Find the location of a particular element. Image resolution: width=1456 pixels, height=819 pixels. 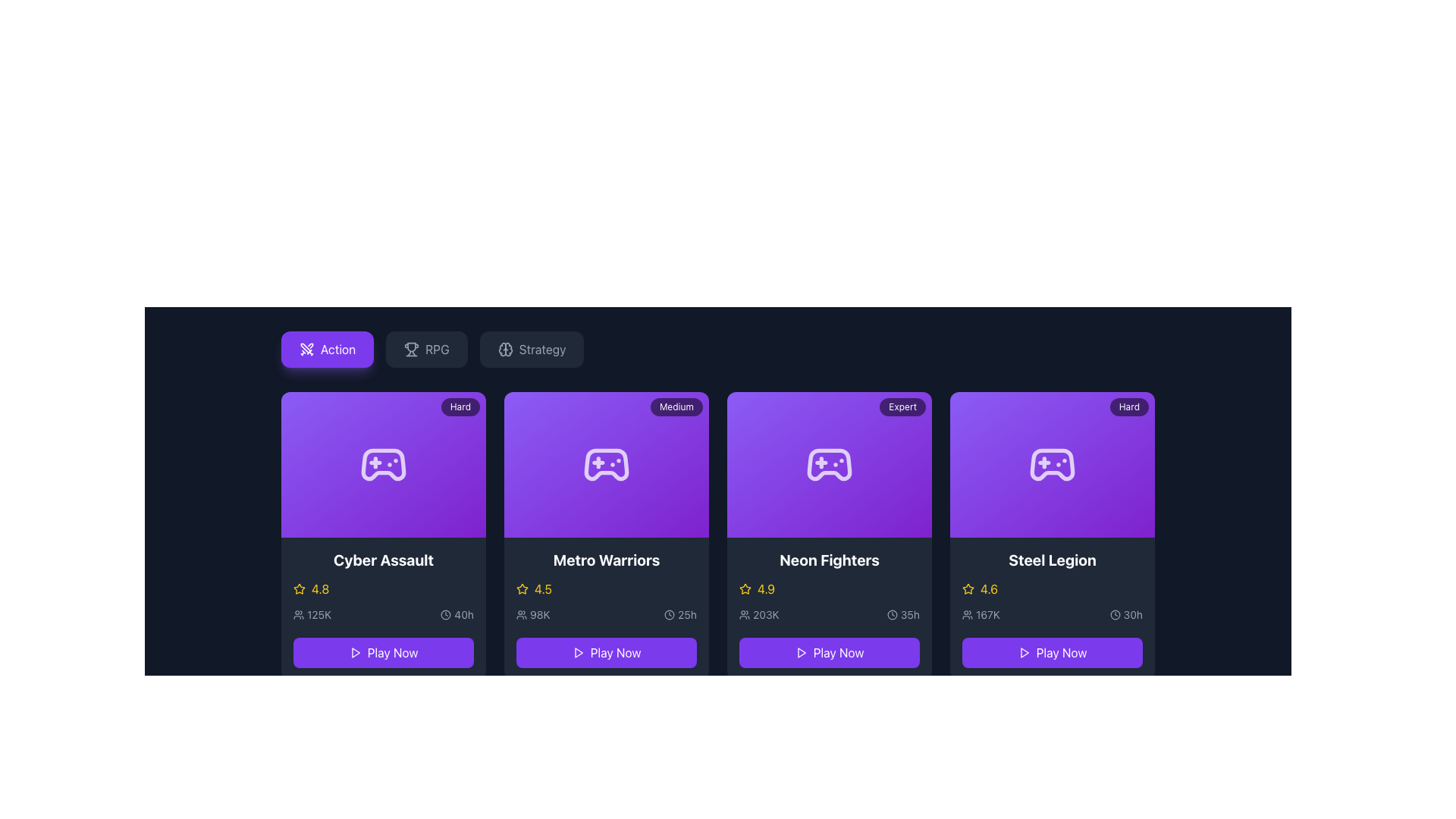

the 'Steel Legion' graphical icon, which is the last card in a series of four cards in the 'Action' category, for informational purposes is located at coordinates (1051, 464).